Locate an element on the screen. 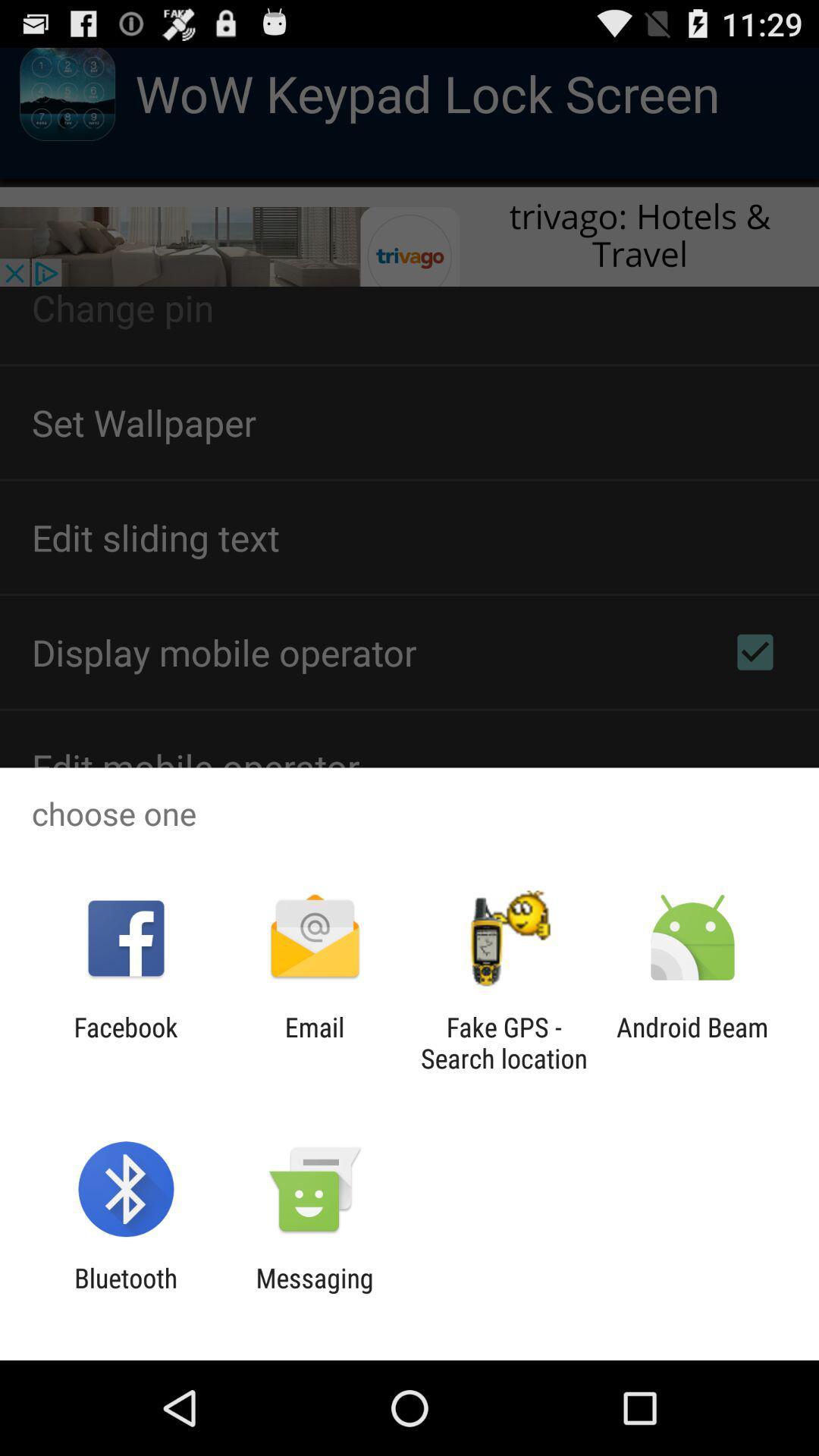 This screenshot has height=1456, width=819. the bluetooth item is located at coordinates (125, 1293).